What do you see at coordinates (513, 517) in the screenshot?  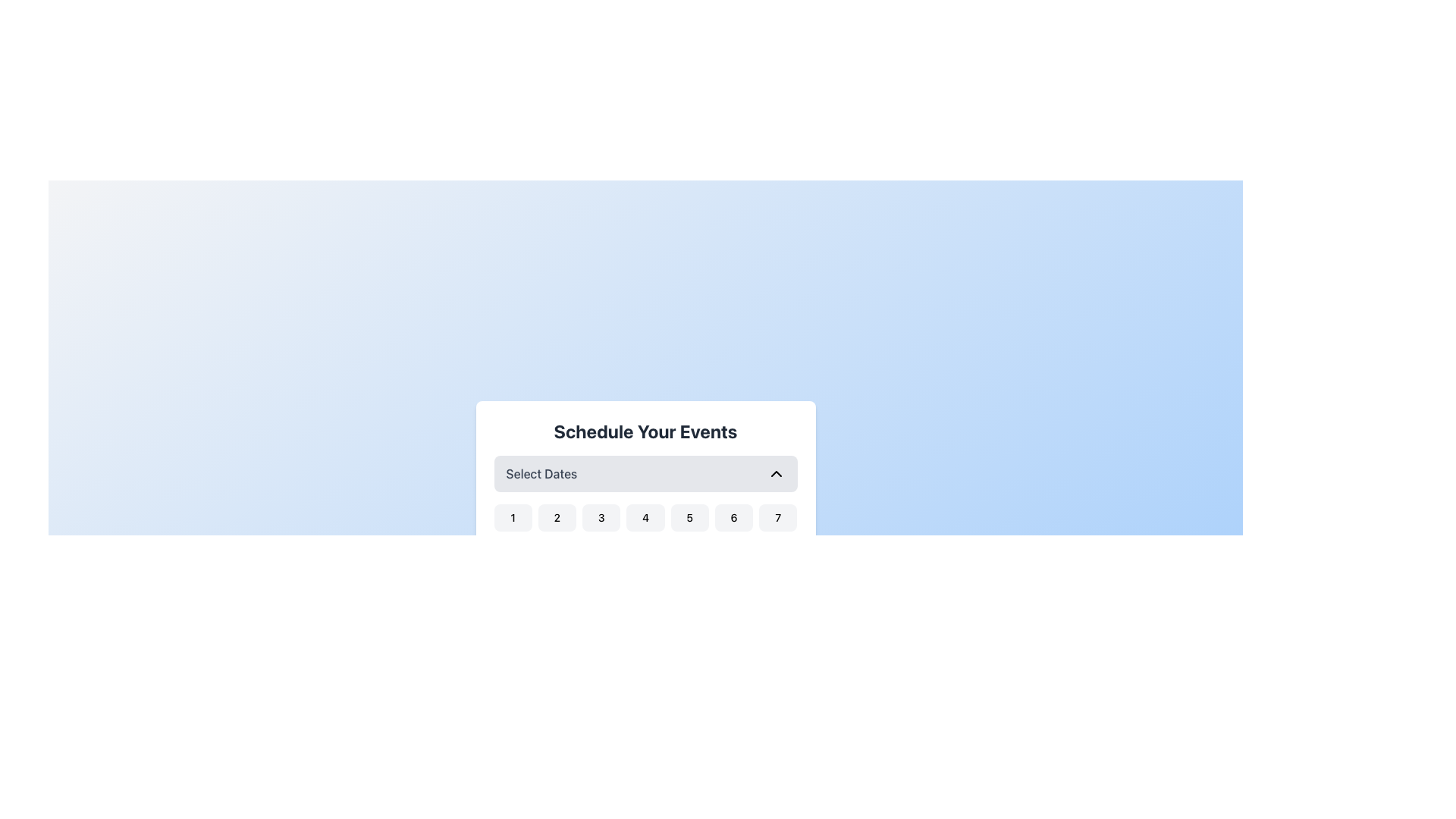 I see `the selectable date button in the first column of the top row in the grid below 'Schedule Your Events' to change its background color` at bounding box center [513, 517].